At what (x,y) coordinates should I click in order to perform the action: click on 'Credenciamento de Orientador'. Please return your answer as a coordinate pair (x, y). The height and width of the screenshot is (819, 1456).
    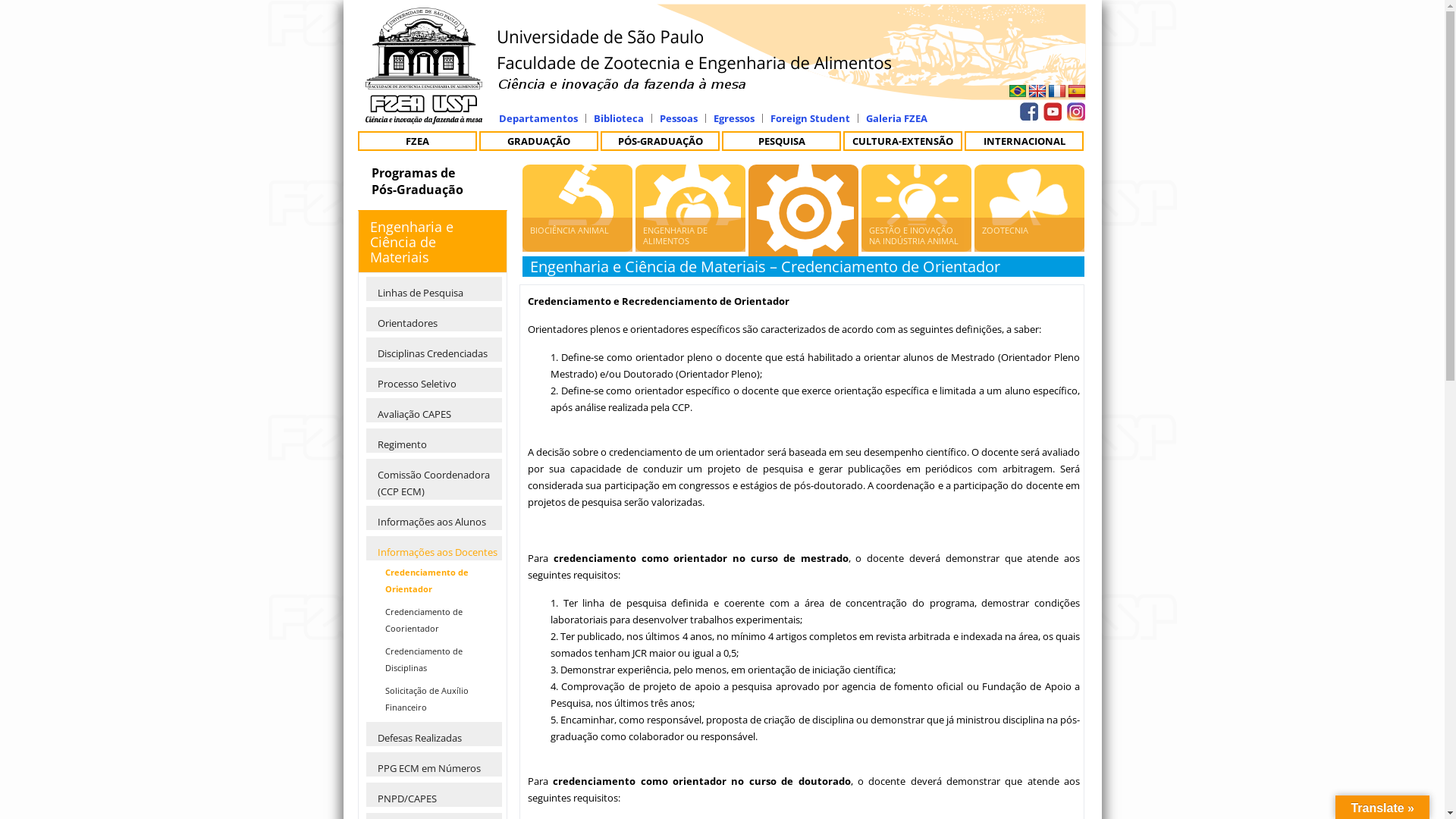
    Looking at the image, I should click on (436, 580).